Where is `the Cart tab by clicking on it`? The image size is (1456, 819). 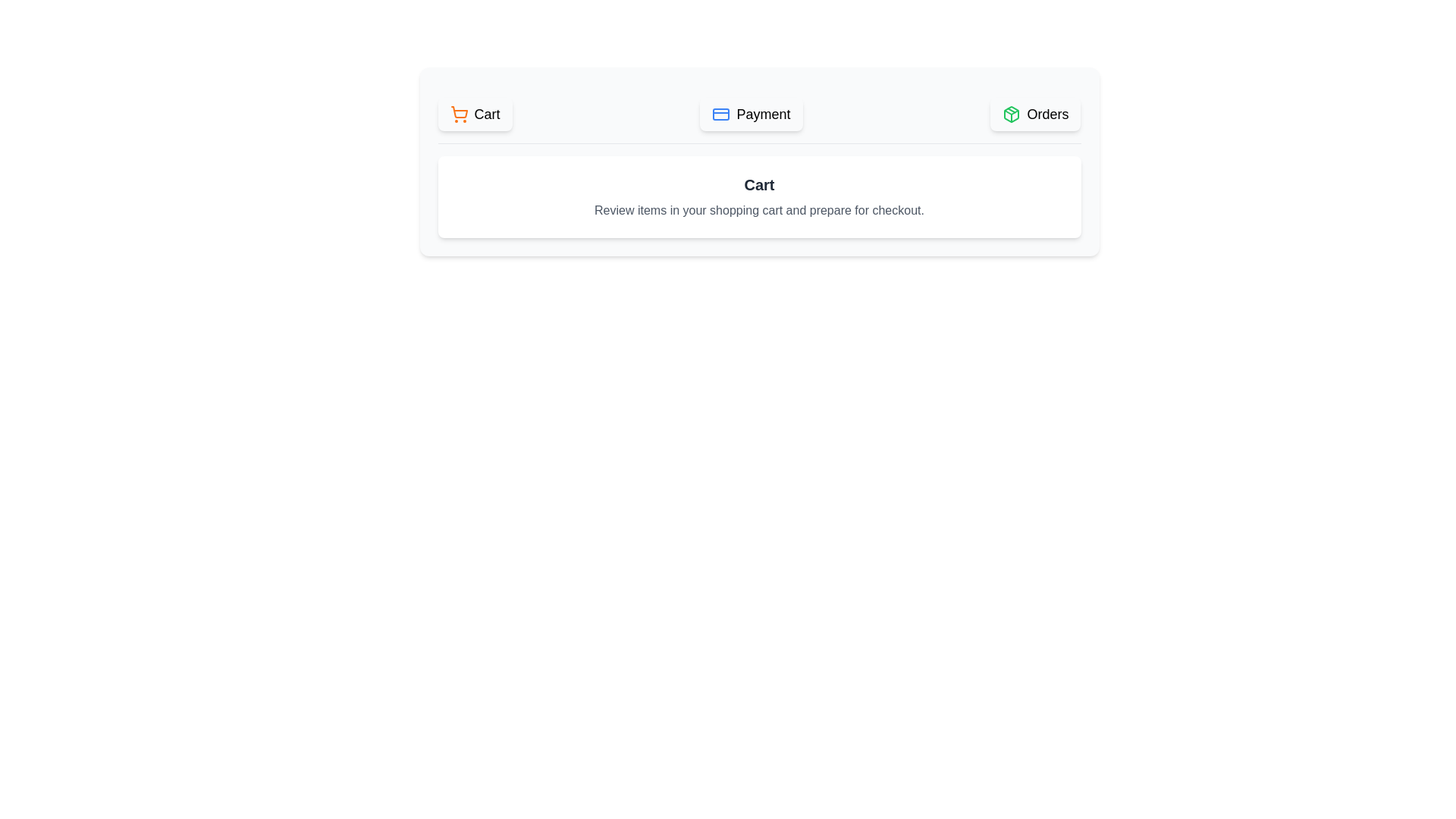
the Cart tab by clicking on it is located at coordinates (474, 113).